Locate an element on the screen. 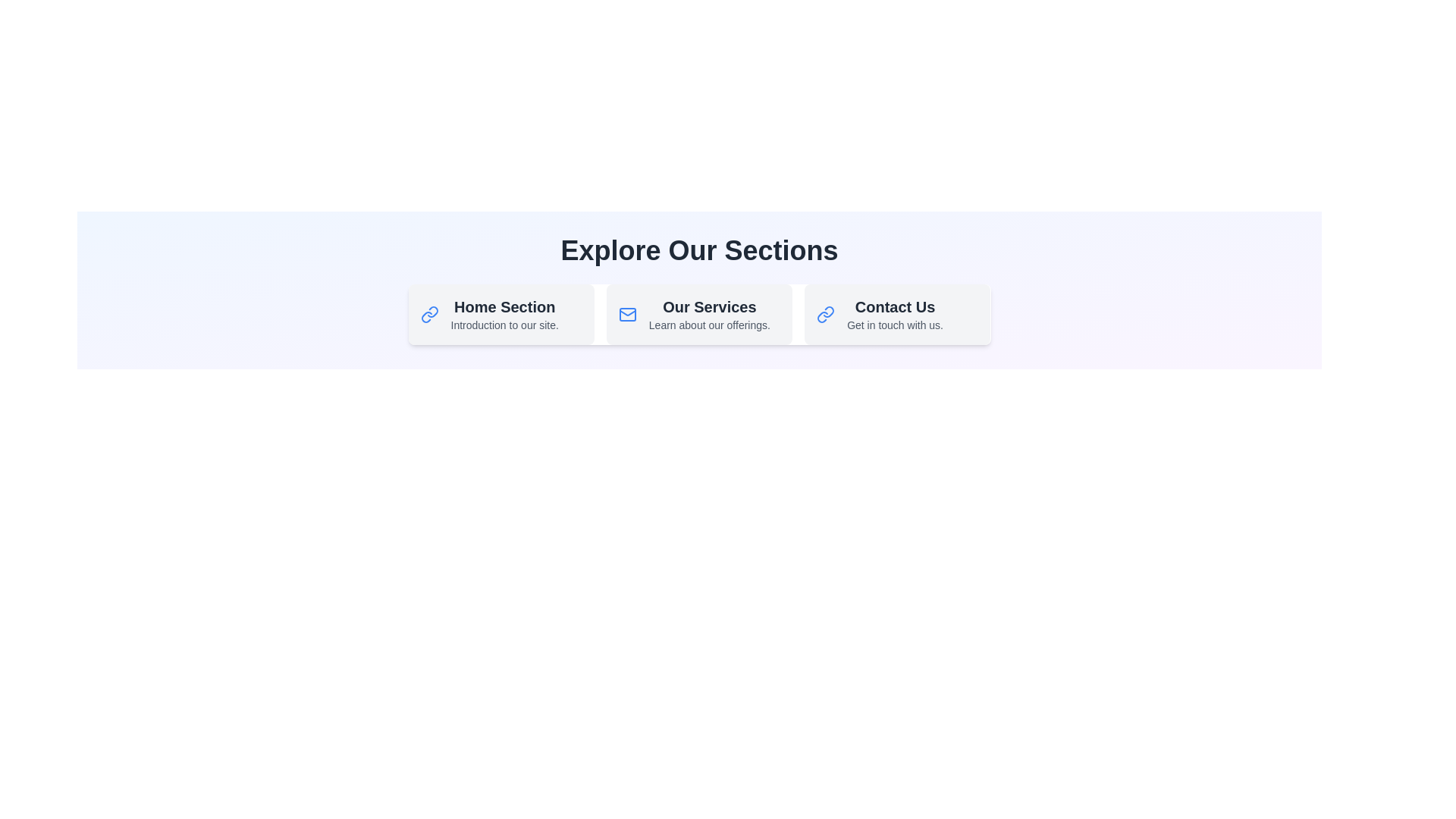  the informational text element in the 'Explore Our Sections' group is located at coordinates (708, 314).